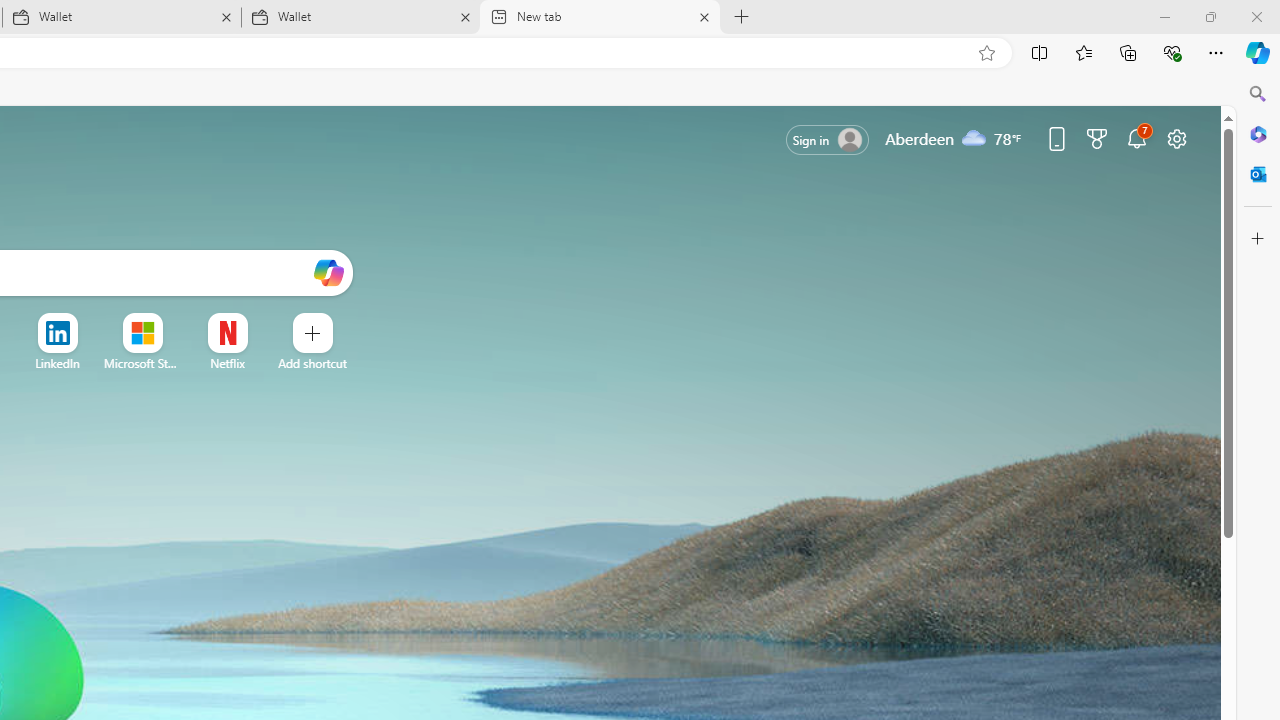 This screenshot has height=720, width=1280. I want to click on 'Microsoft Start', so click(141, 363).